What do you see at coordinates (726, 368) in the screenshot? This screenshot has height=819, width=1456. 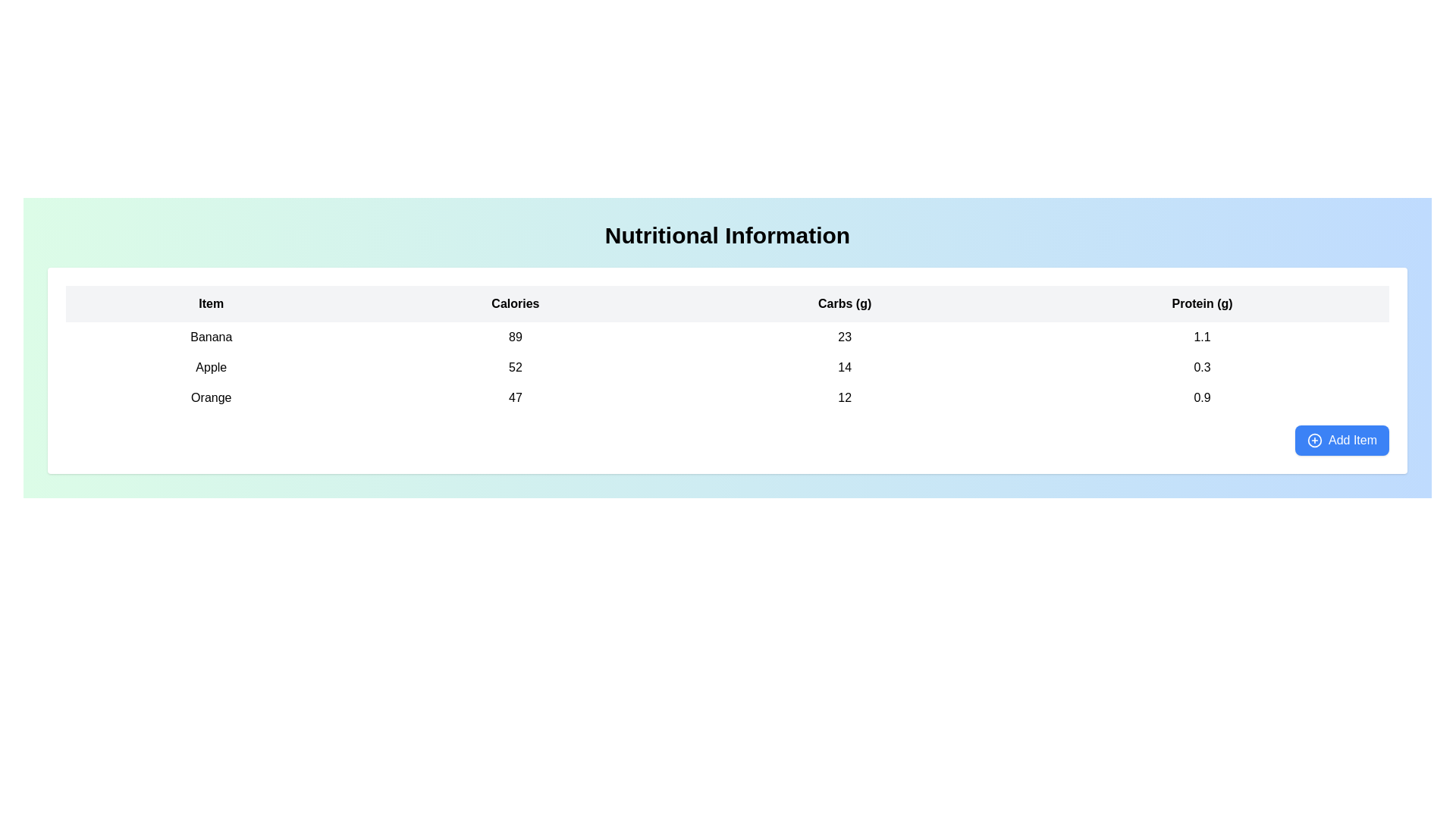 I see `the second row of the nutritional information table which presents details about 'Apple' for further interaction` at bounding box center [726, 368].